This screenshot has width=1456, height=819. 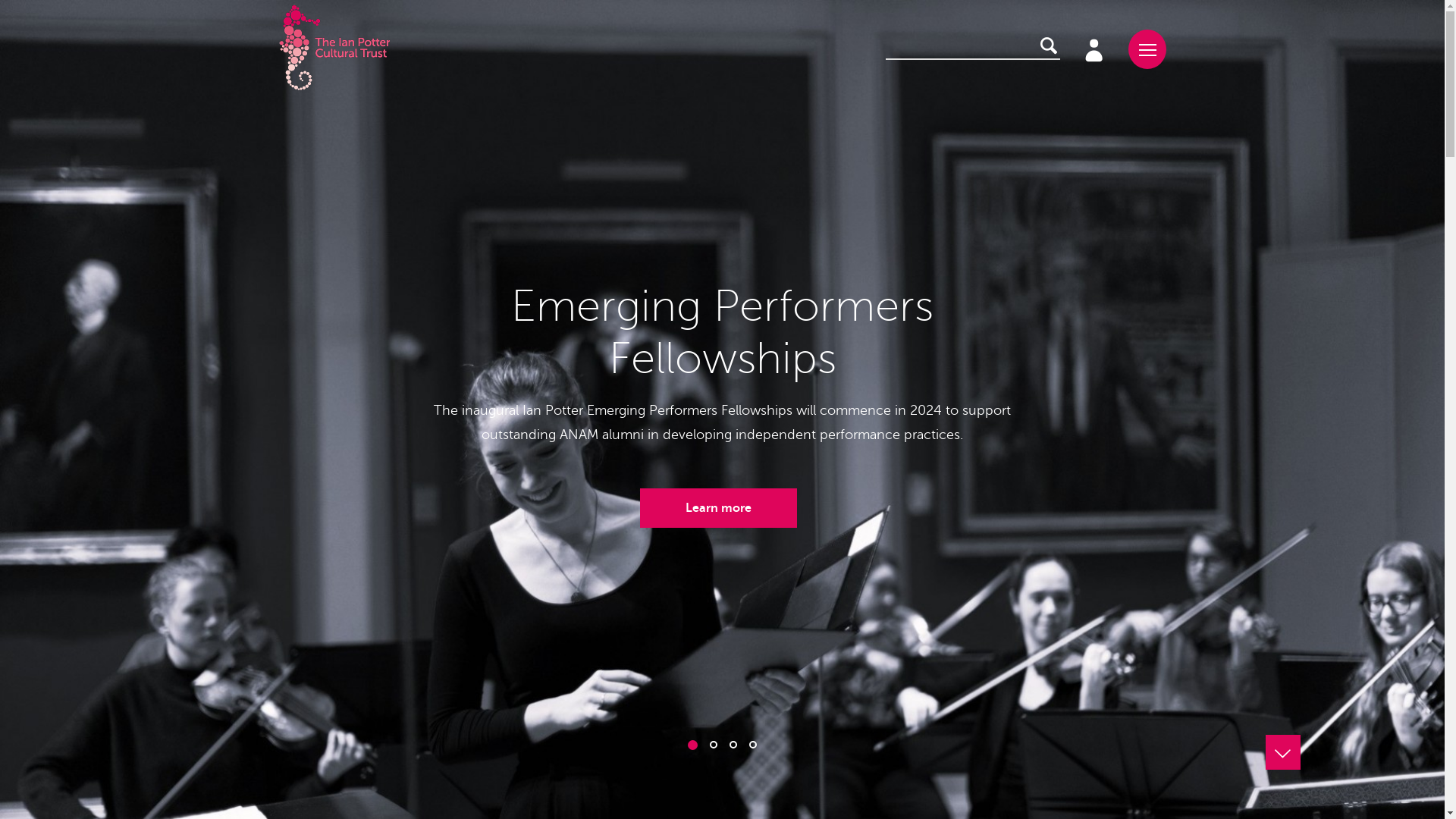 I want to click on '4', so click(x=753, y=744).